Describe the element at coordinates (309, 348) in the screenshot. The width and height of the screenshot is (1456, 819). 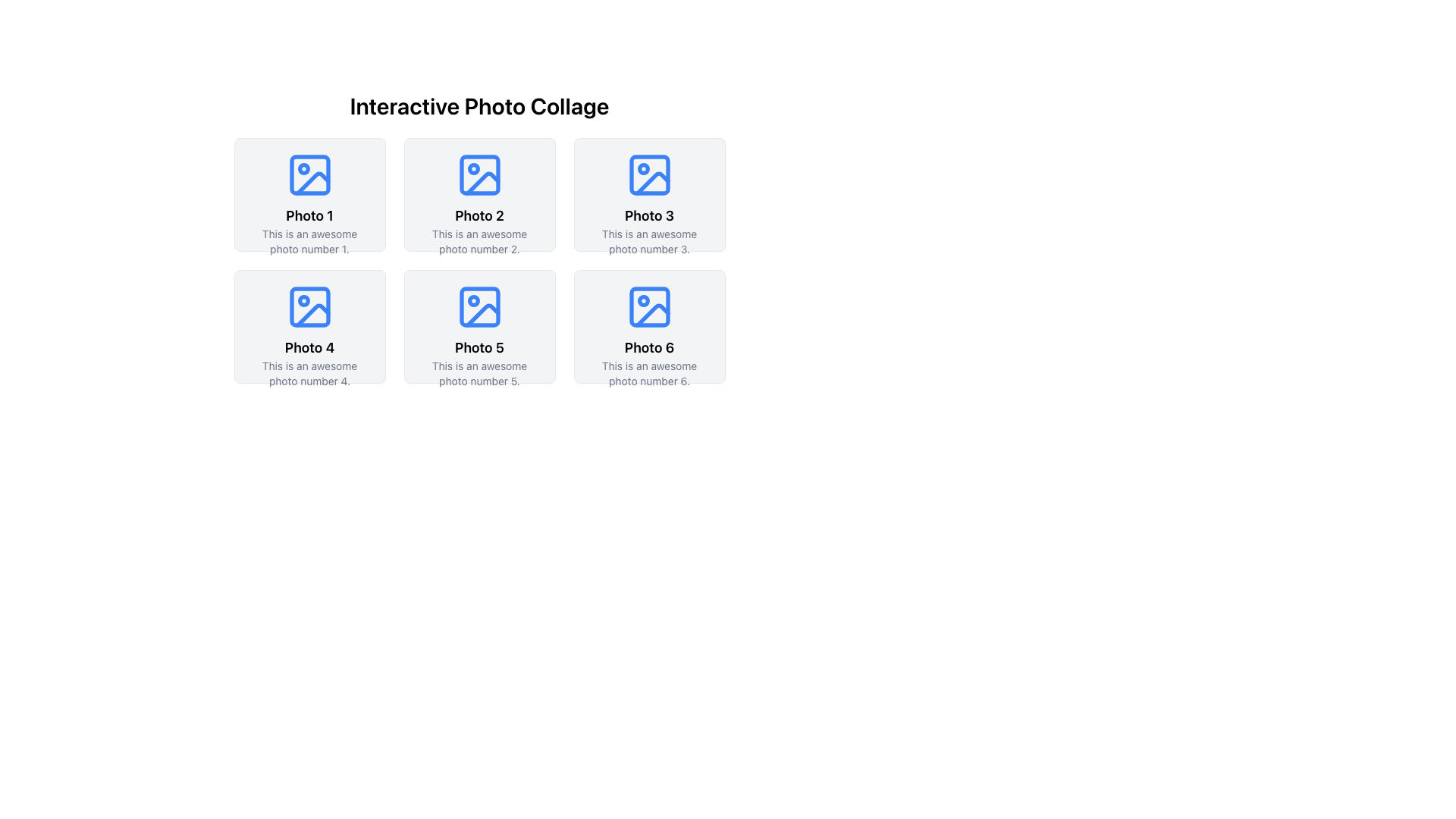
I see `text label displaying 'Photo 4' which is located in the fourth item of a six-item grid, positioned below an image icon and above descriptive text` at that location.